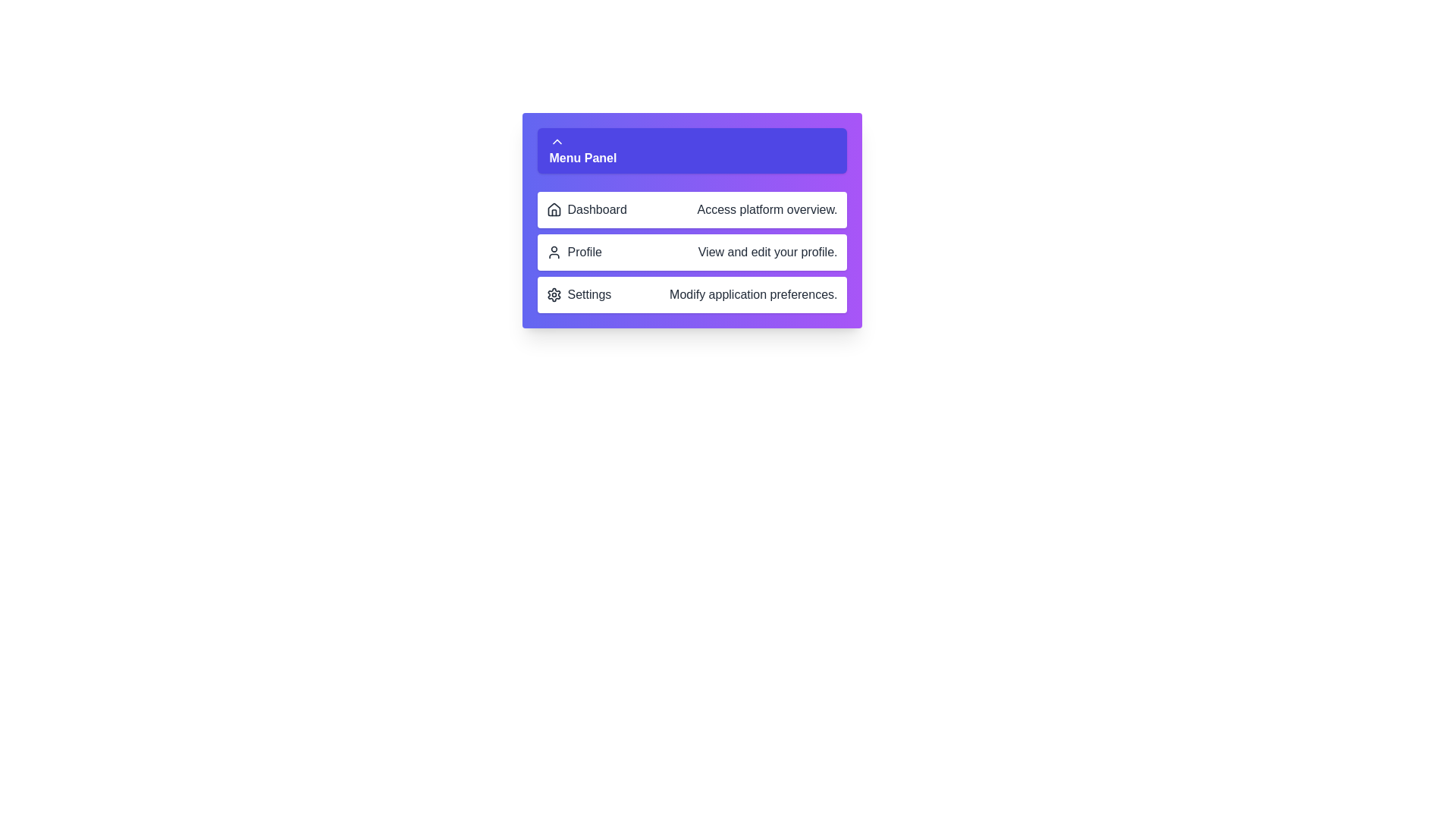 This screenshot has height=819, width=1456. What do you see at coordinates (691, 295) in the screenshot?
I see `the menu item corresponding to Settings` at bounding box center [691, 295].